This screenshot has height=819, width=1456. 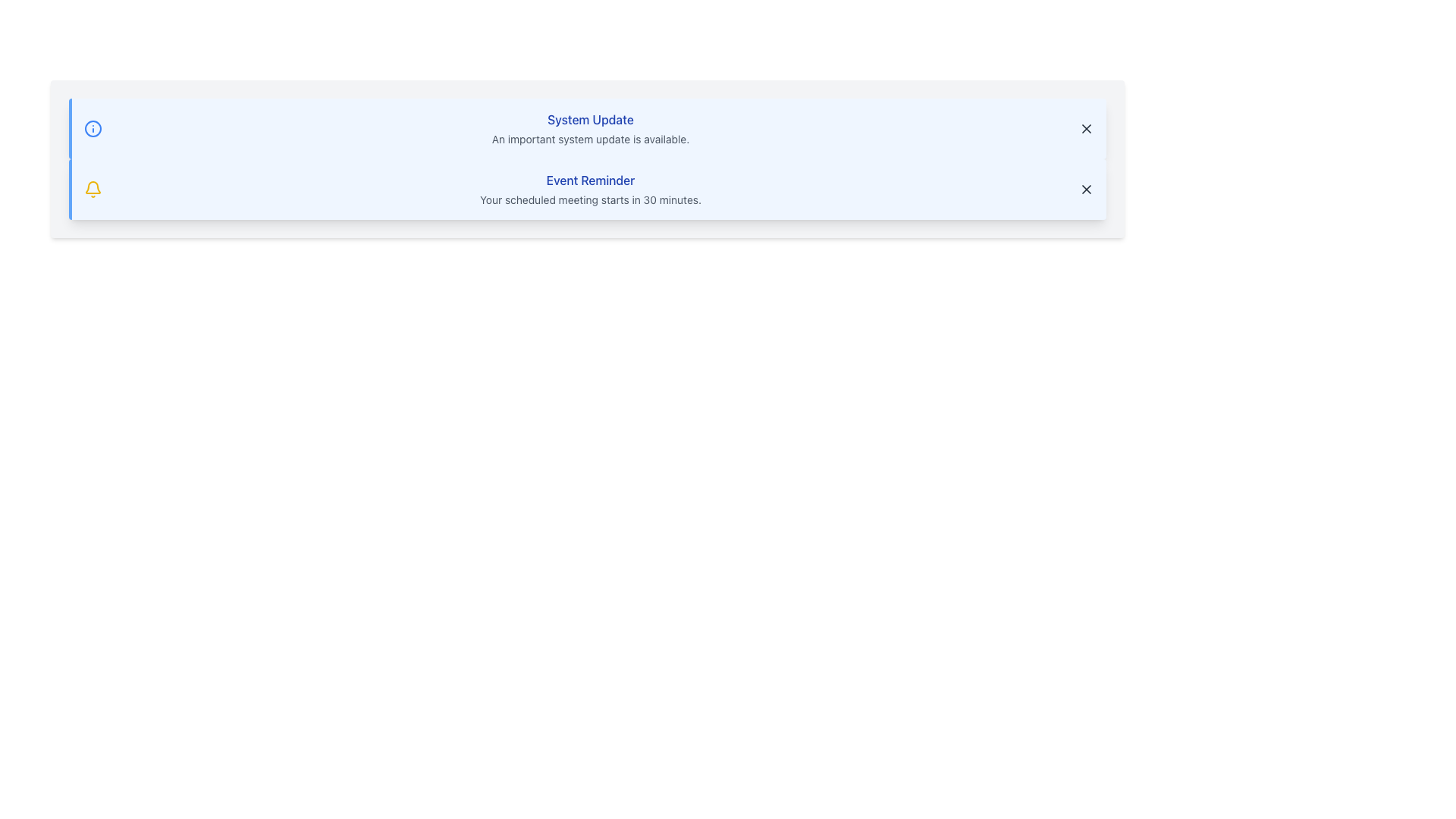 I want to click on the Informational Text Block that conveys a system update notification, which is positioned in a notification box with a light blue background and a blue left border, so click(x=589, y=127).